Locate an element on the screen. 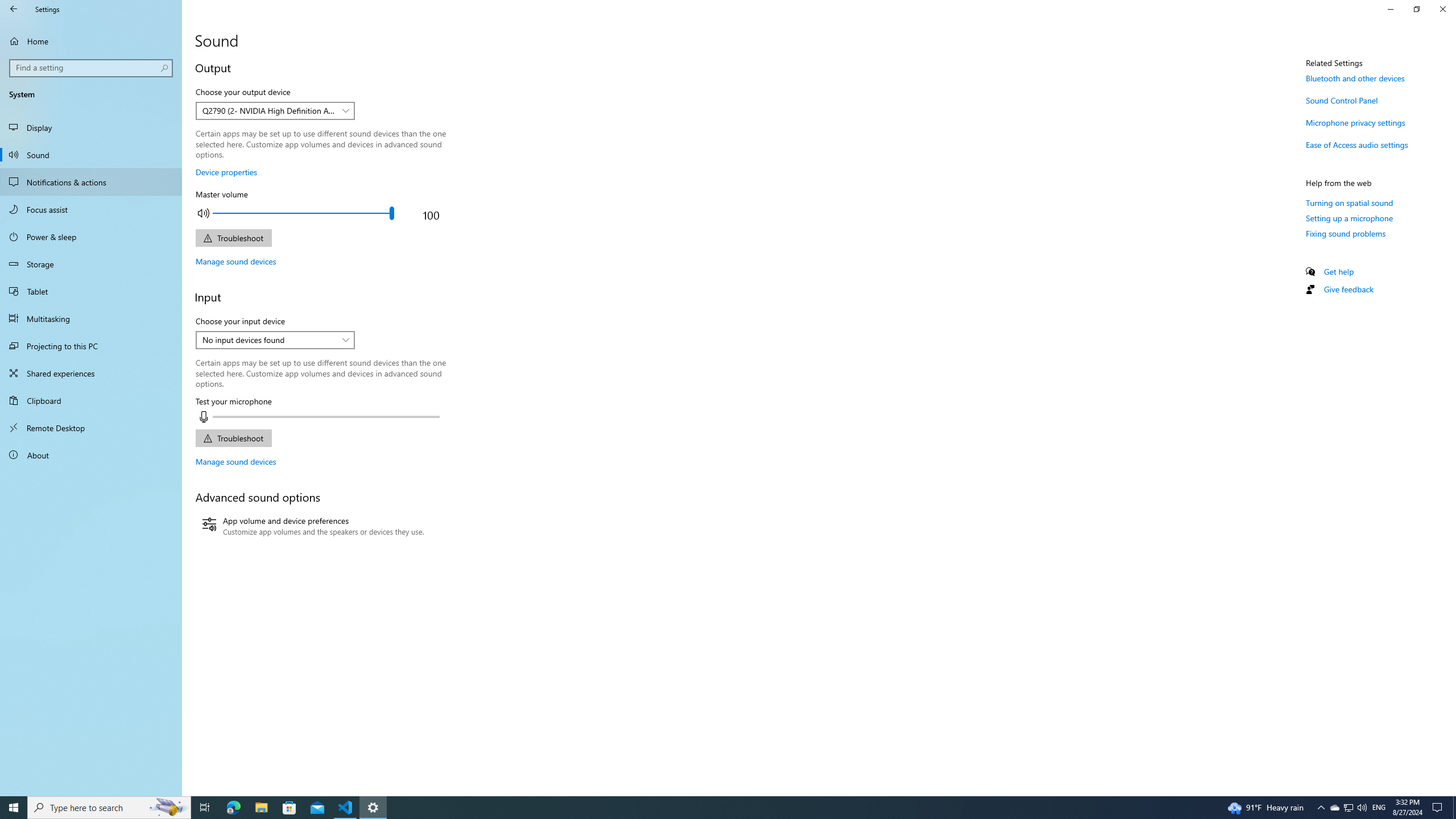  'Task View' is located at coordinates (204, 806).